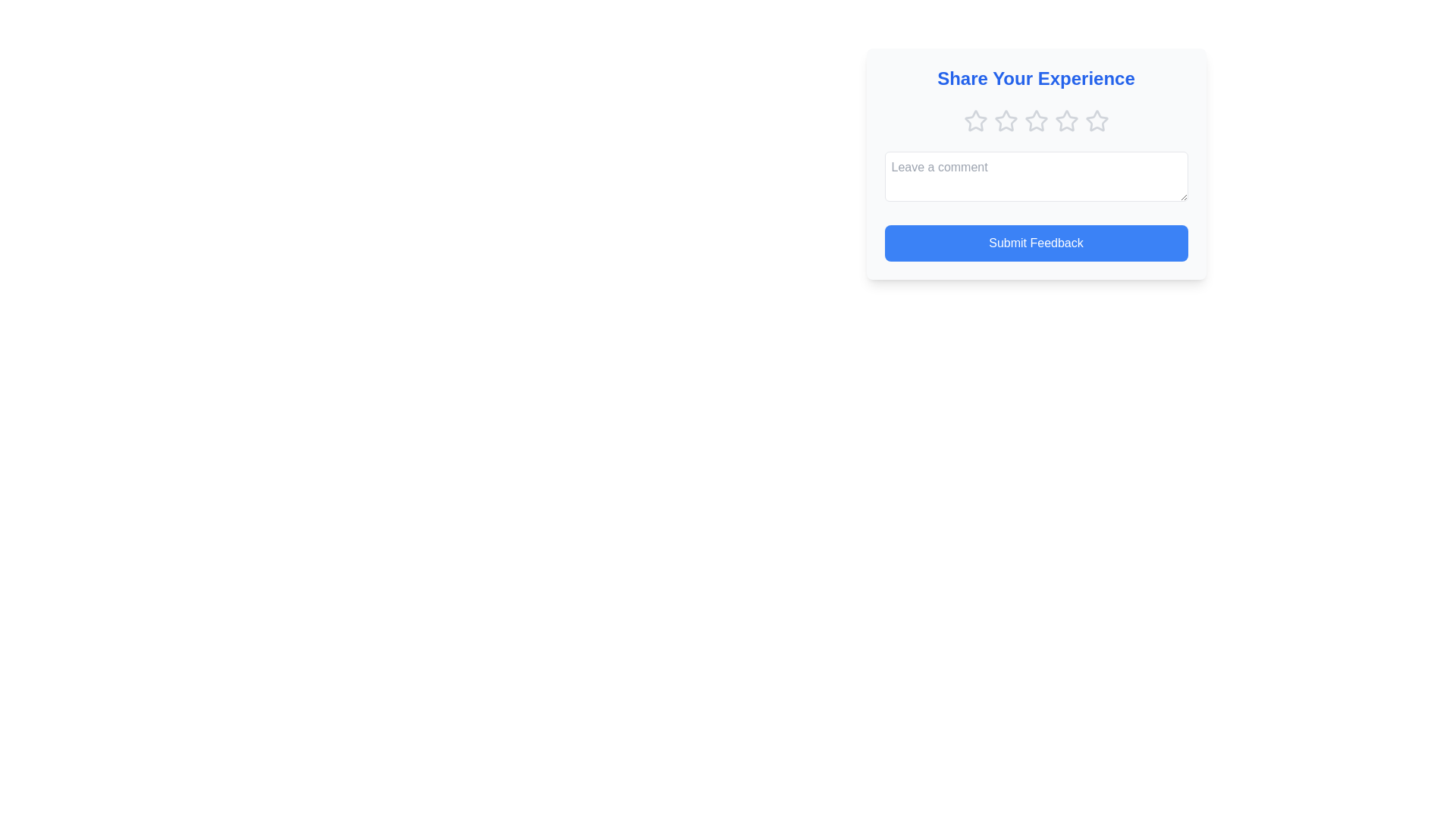 The height and width of the screenshot is (819, 1456). Describe the element at coordinates (1006, 120) in the screenshot. I see `the third Rating Star Icon, which is part of a horizontal series of five stars used for rating systems` at that location.